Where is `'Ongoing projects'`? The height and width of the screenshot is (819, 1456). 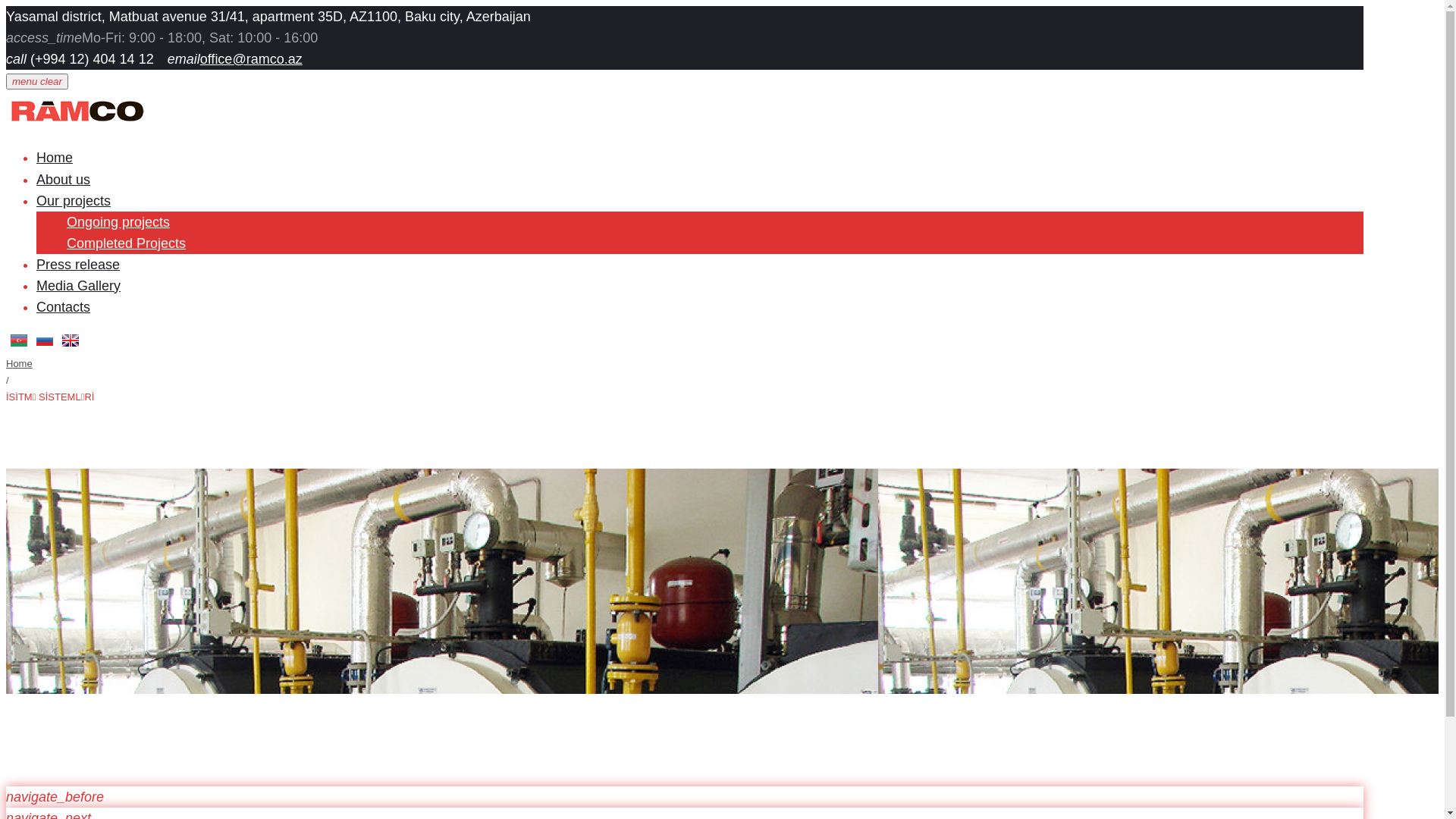 'Ongoing projects' is located at coordinates (65, 222).